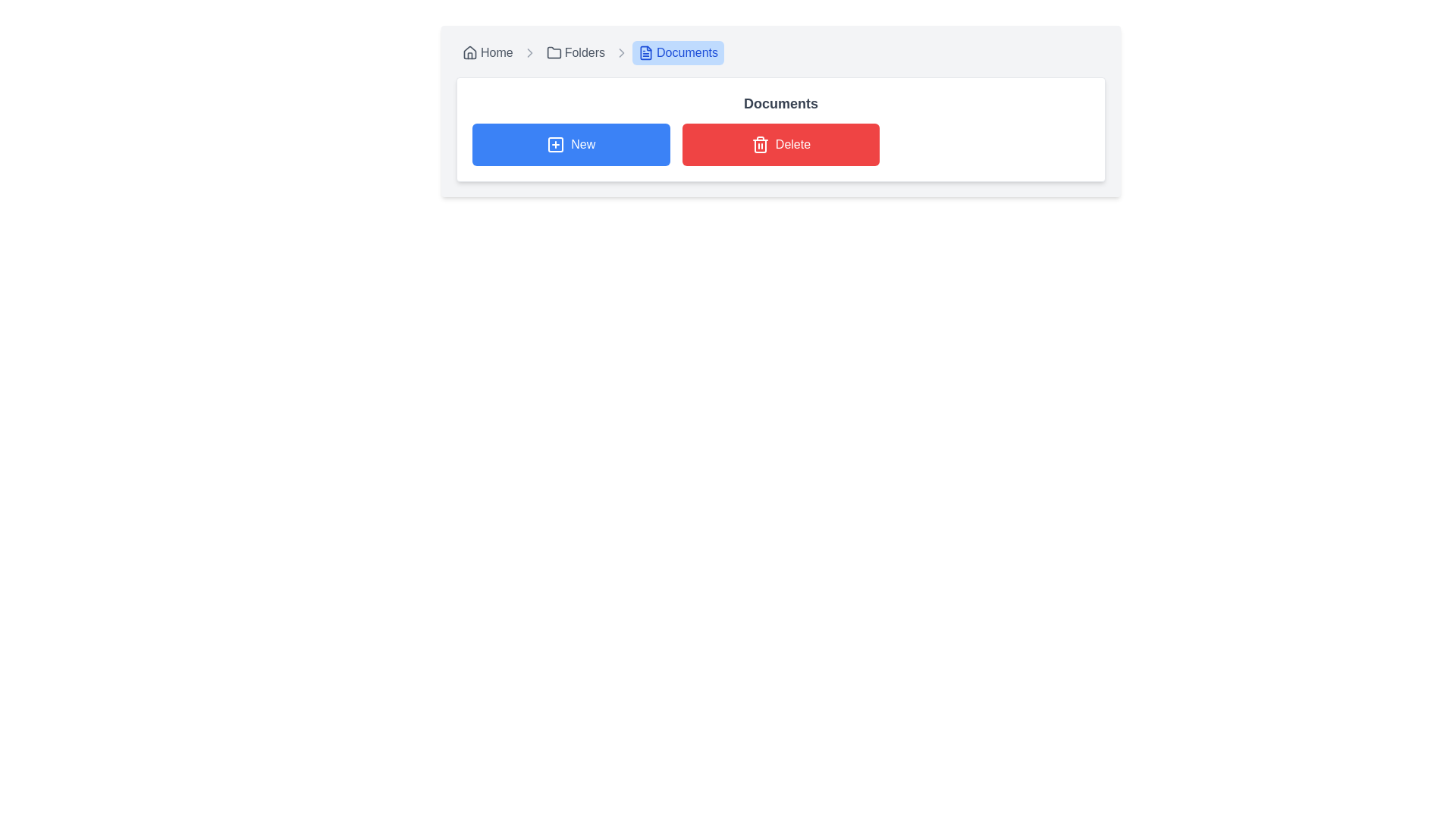 Image resolution: width=1456 pixels, height=819 pixels. What do you see at coordinates (488, 52) in the screenshot?
I see `the home page button located at the top-left section of the breadcrumb navigation bar, which is the first item before 'Folders' and 'Documents'` at bounding box center [488, 52].